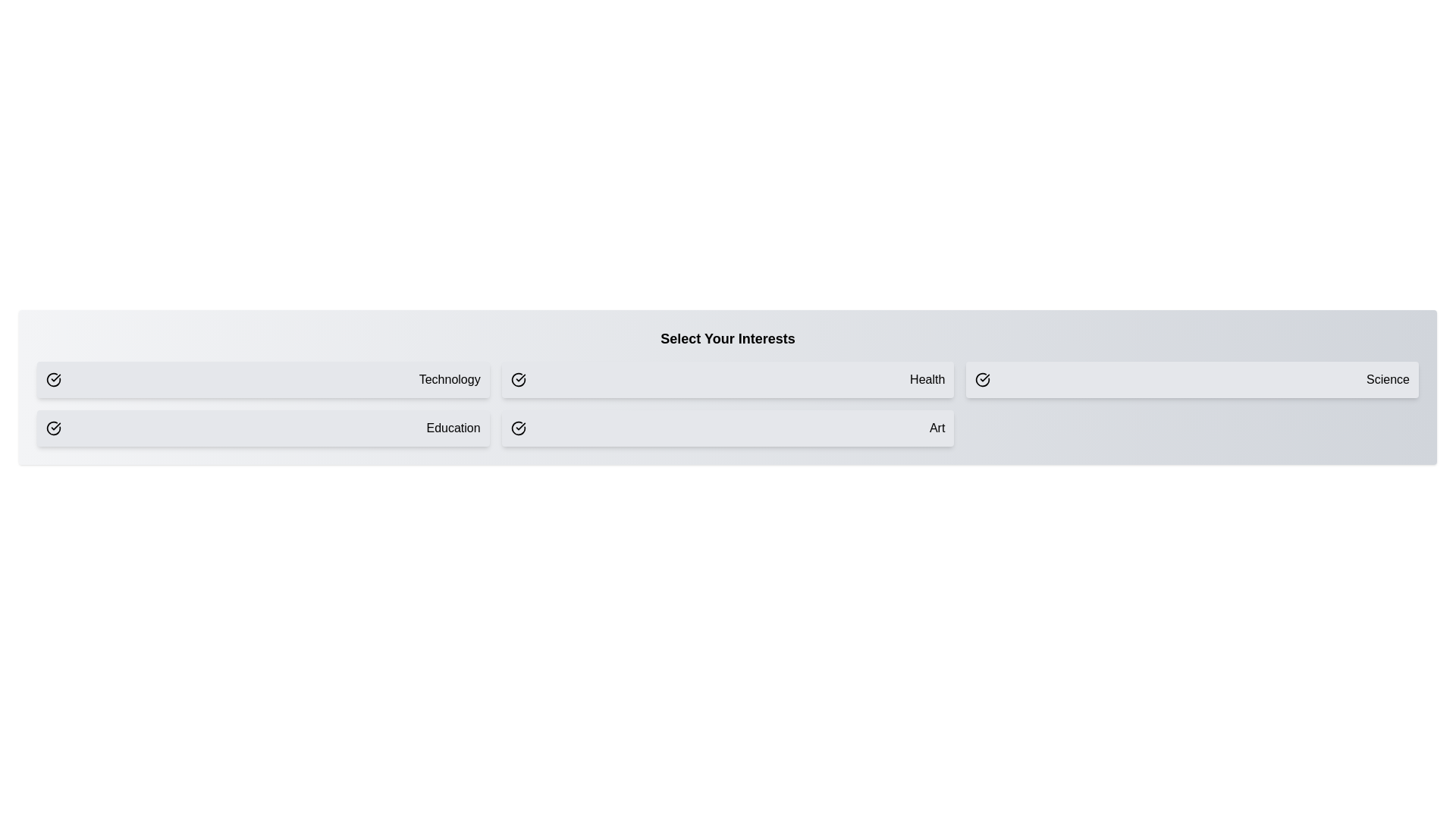 The image size is (1456, 819). I want to click on the button corresponding to the interest Technology to toggle its selection, so click(262, 379).